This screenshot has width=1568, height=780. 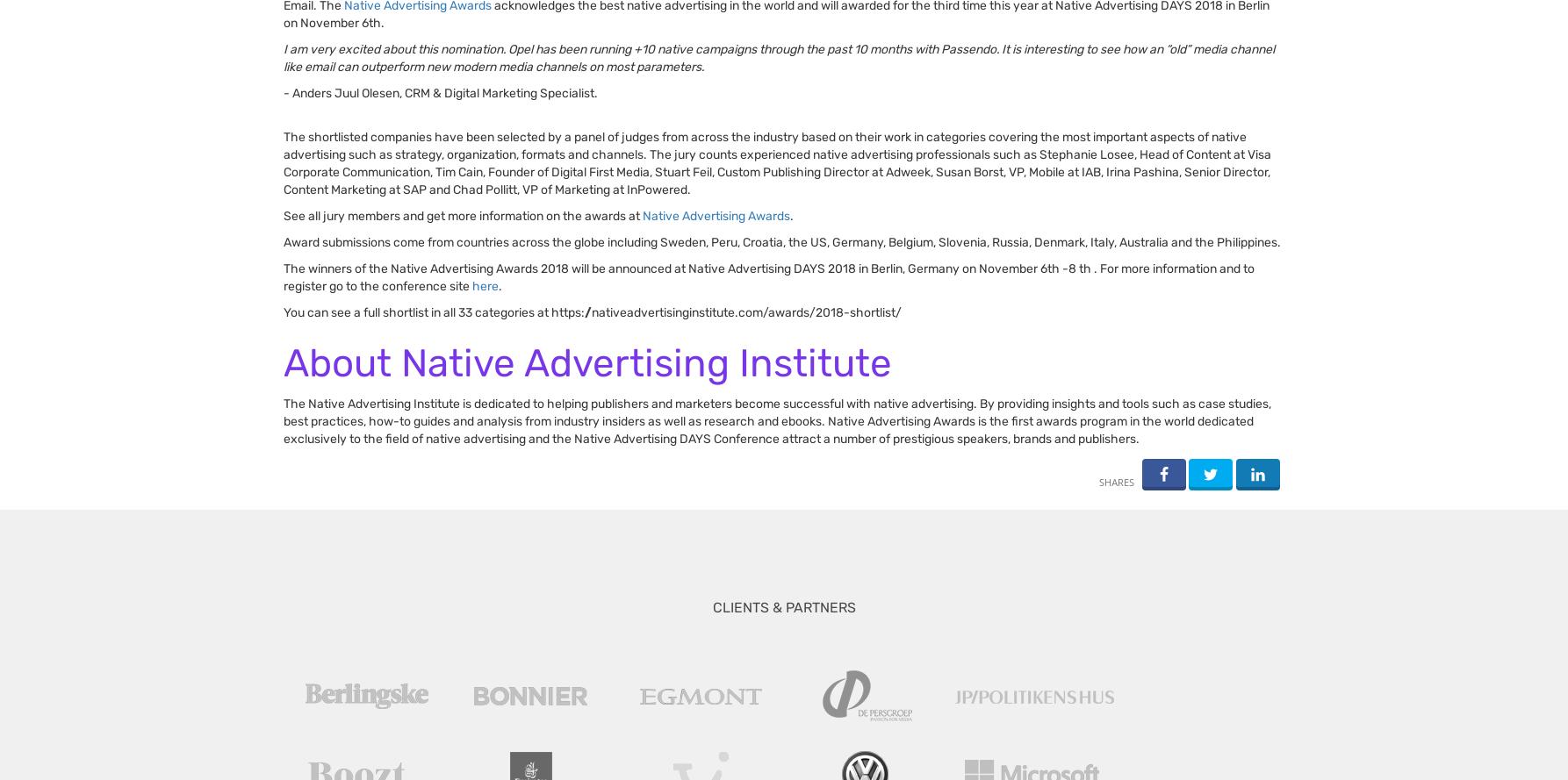 What do you see at coordinates (440, 92) in the screenshot?
I see `'- Anders Juul Olesen, CRM & Digital Marketing Specialist.'` at bounding box center [440, 92].